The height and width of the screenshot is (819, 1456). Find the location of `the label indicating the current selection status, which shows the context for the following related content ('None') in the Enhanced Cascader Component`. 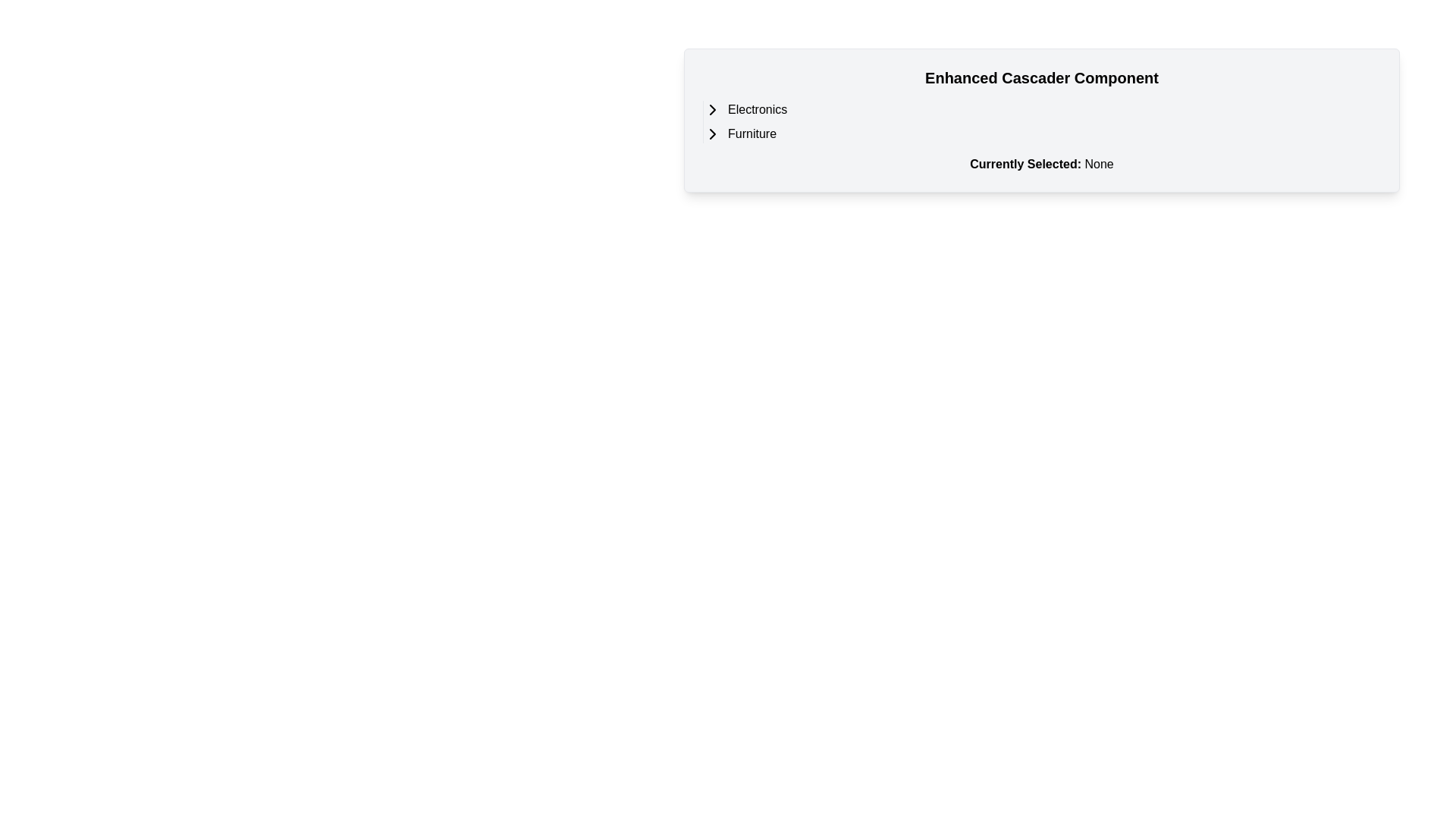

the label indicating the current selection status, which shows the context for the following related content ('None') in the Enhanced Cascader Component is located at coordinates (1025, 164).